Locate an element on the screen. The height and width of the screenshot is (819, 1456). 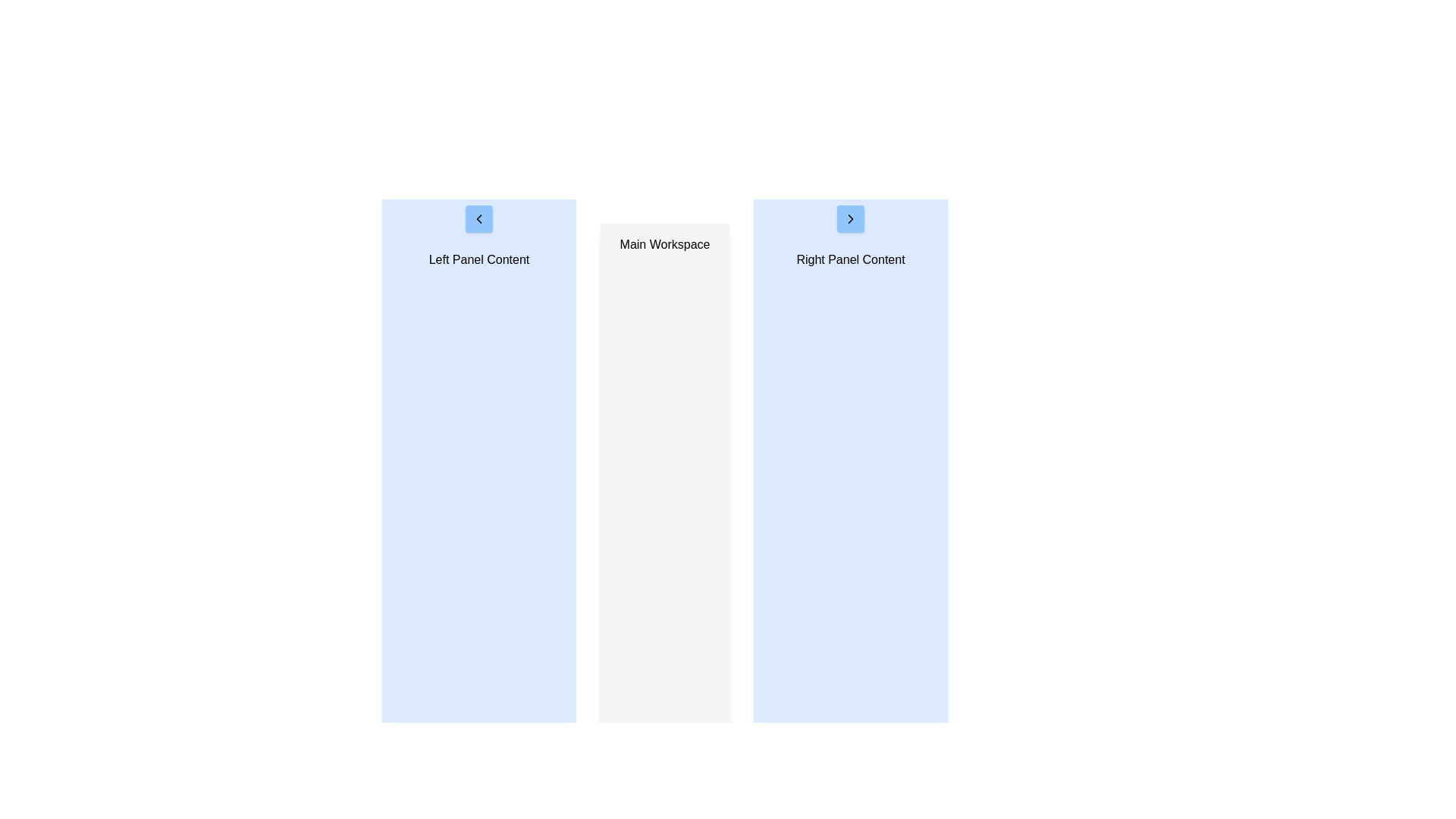
the Static Text Label located in the Left Panel, which serves as a title for the panel and is centrally aligned below the left chevron icon is located at coordinates (479, 259).